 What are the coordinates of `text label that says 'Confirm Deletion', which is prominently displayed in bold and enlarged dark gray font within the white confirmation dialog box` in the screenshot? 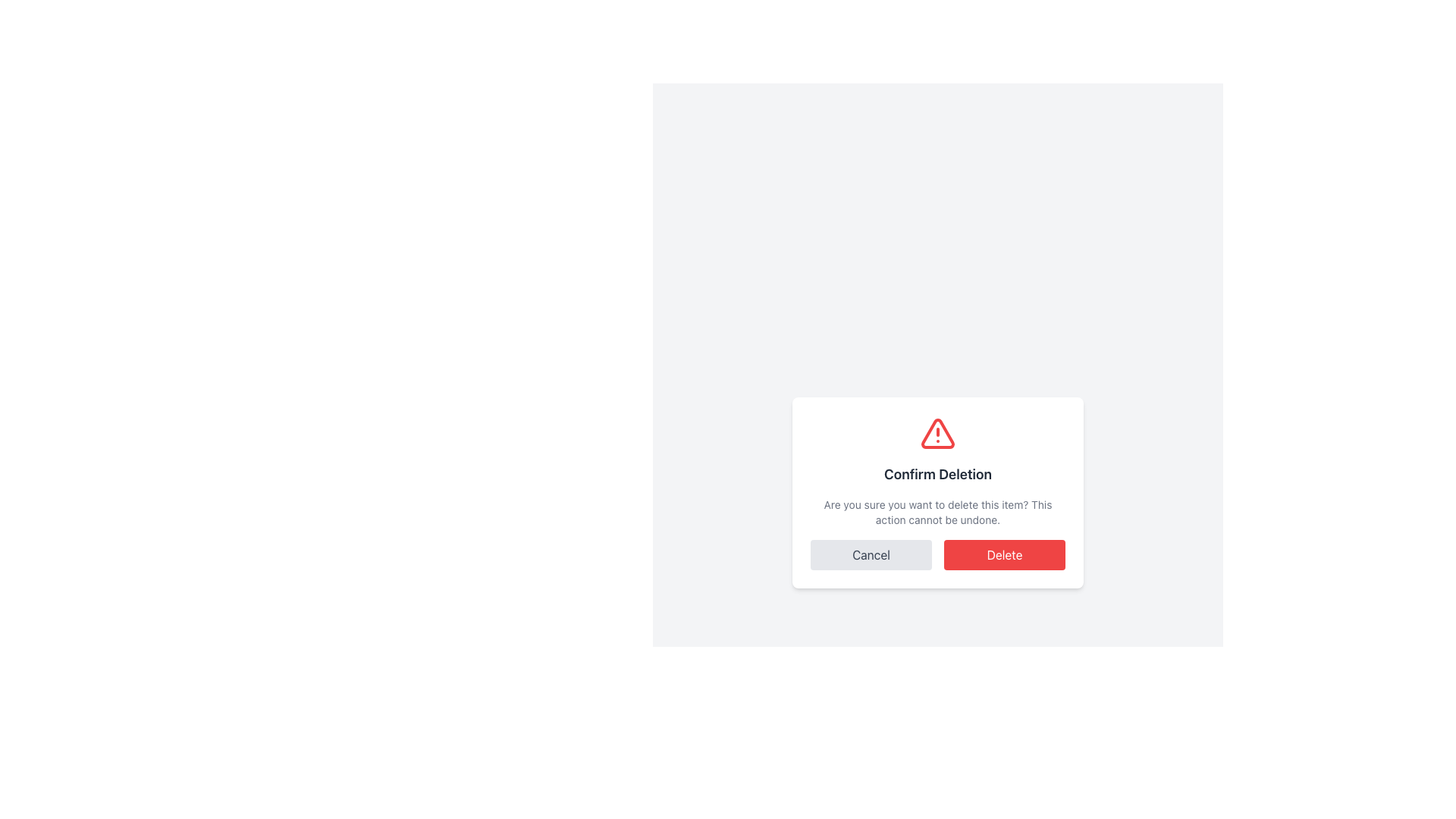 It's located at (937, 473).